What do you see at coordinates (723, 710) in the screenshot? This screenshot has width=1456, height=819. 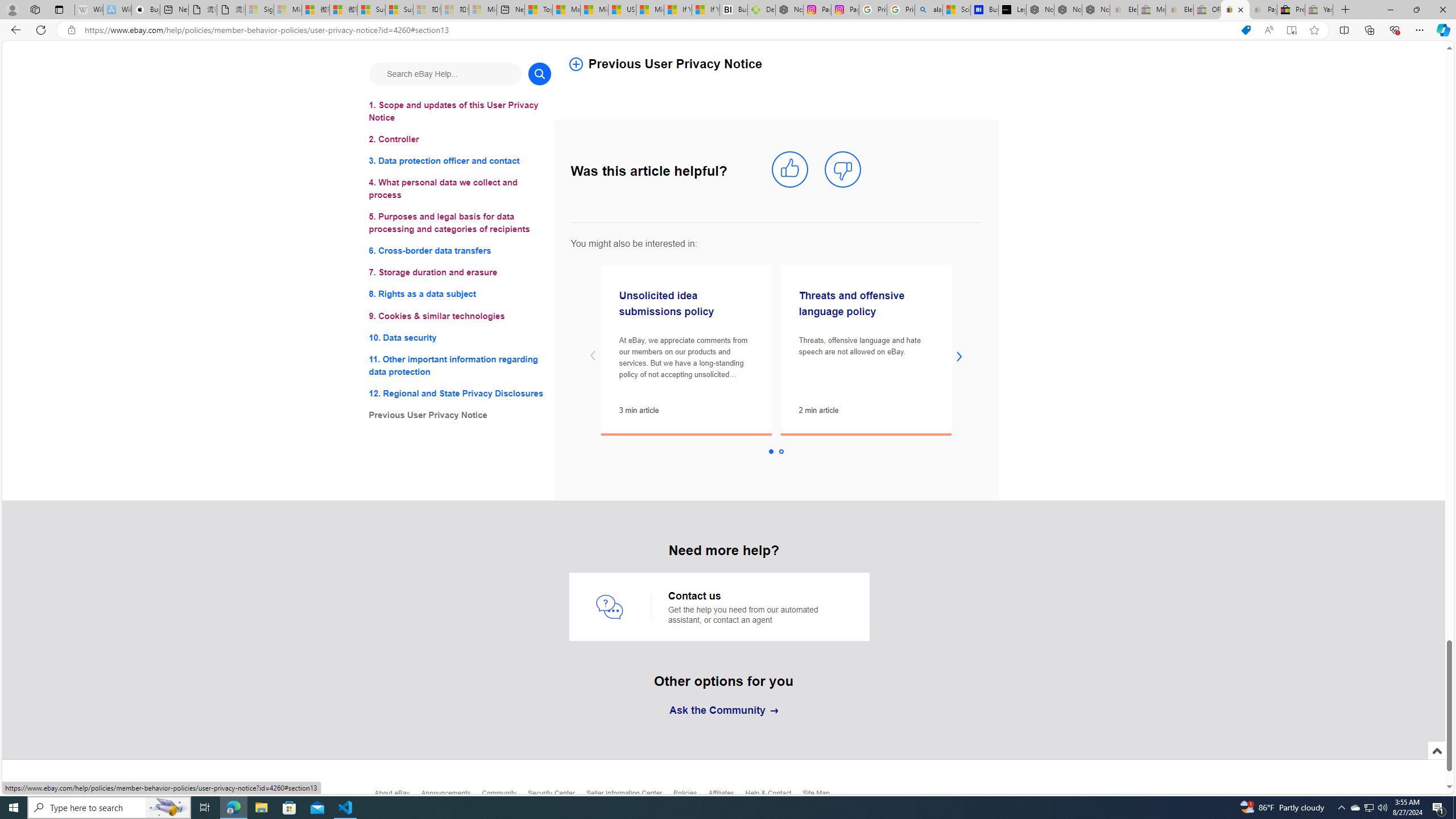 I see `'Ask the Community - opens in new window or tab'` at bounding box center [723, 710].